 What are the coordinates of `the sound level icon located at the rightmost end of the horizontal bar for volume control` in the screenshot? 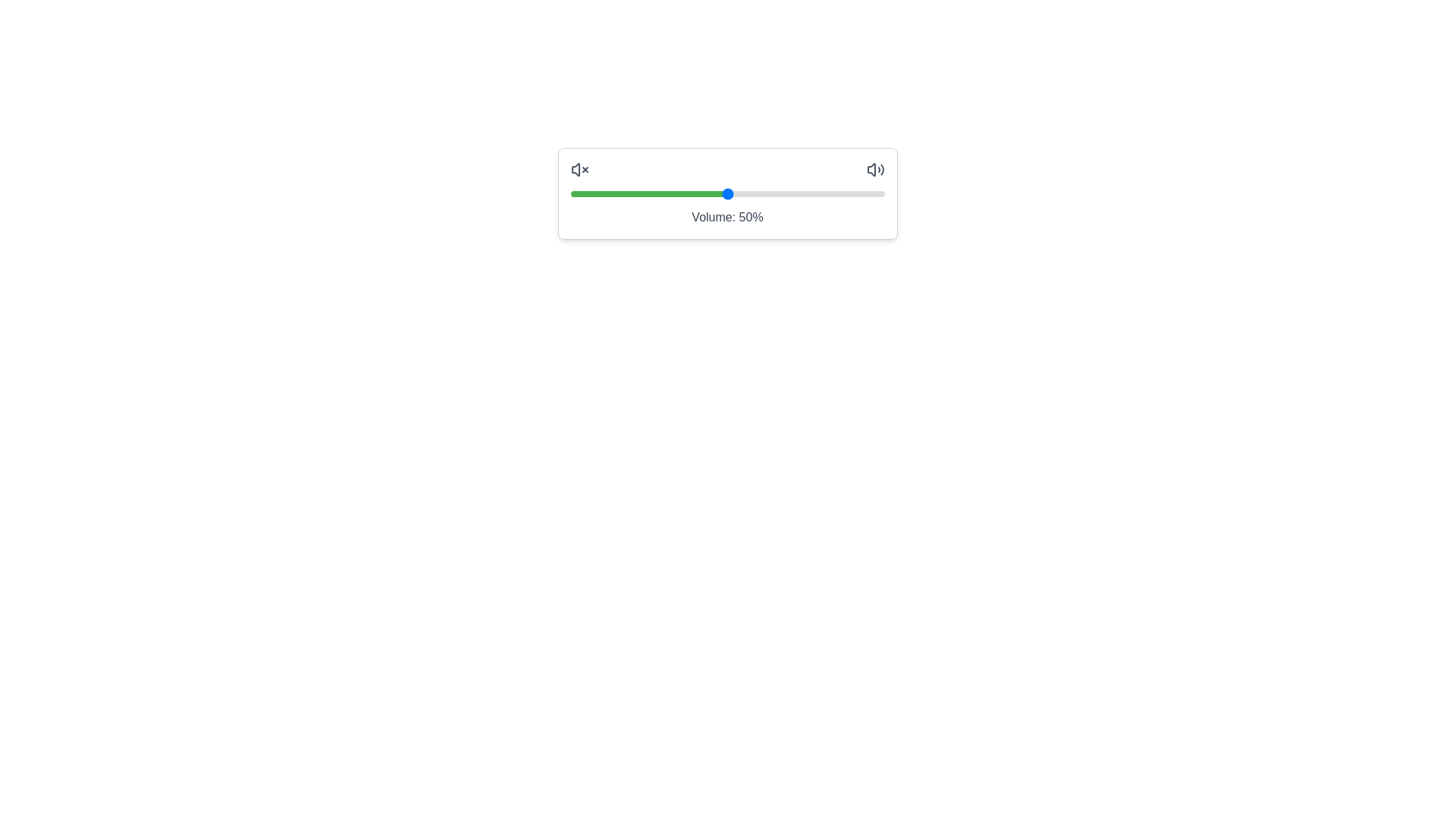 It's located at (875, 169).